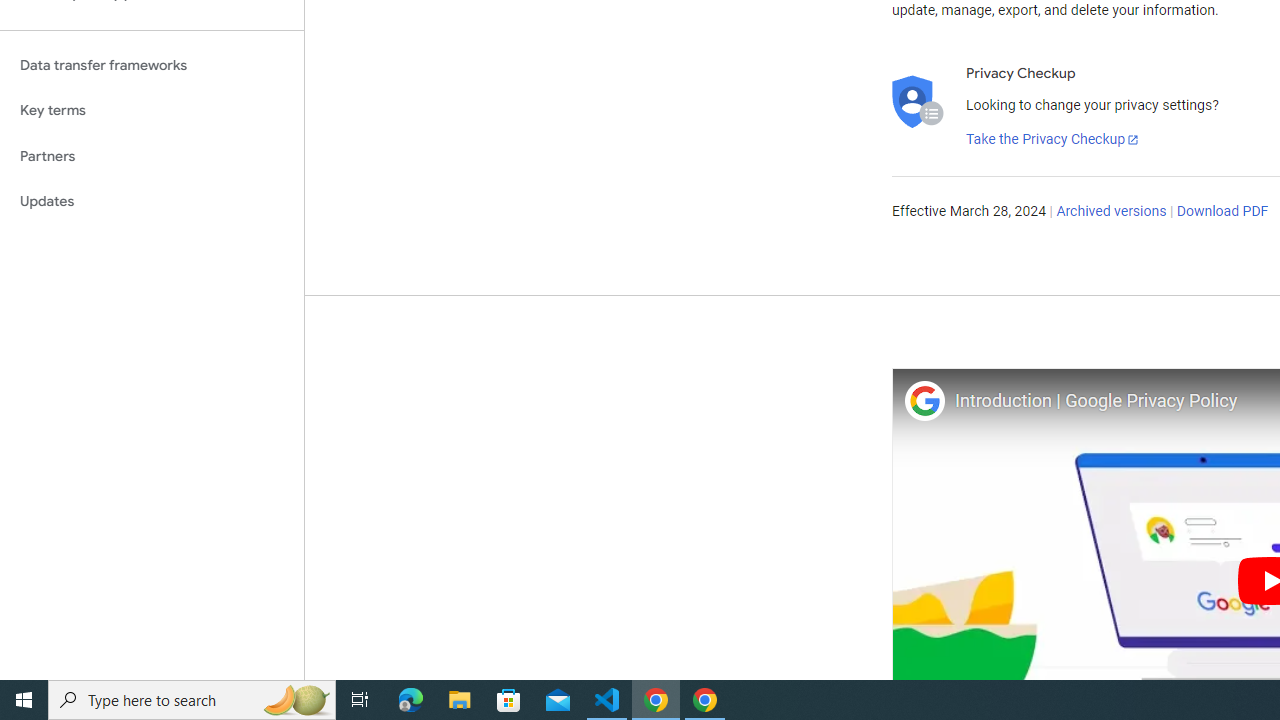 The image size is (1280, 720). Describe the element at coordinates (1052, 139) in the screenshot. I see `'Take the Privacy Checkup'` at that location.